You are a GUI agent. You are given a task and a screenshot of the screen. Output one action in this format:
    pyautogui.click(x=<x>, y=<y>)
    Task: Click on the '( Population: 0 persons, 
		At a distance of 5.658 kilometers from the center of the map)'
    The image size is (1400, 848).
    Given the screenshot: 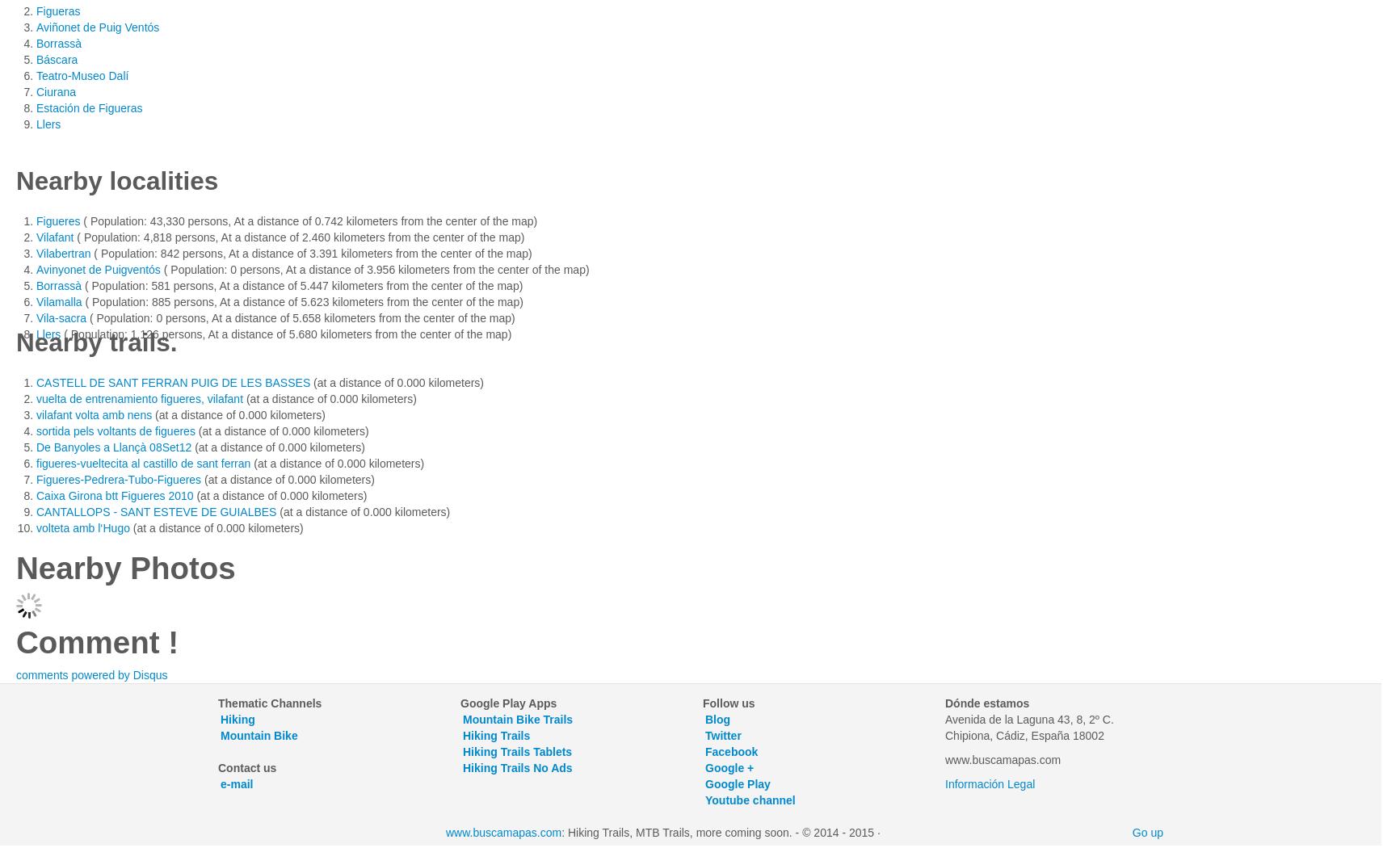 What is the action you would take?
    pyautogui.click(x=301, y=317)
    